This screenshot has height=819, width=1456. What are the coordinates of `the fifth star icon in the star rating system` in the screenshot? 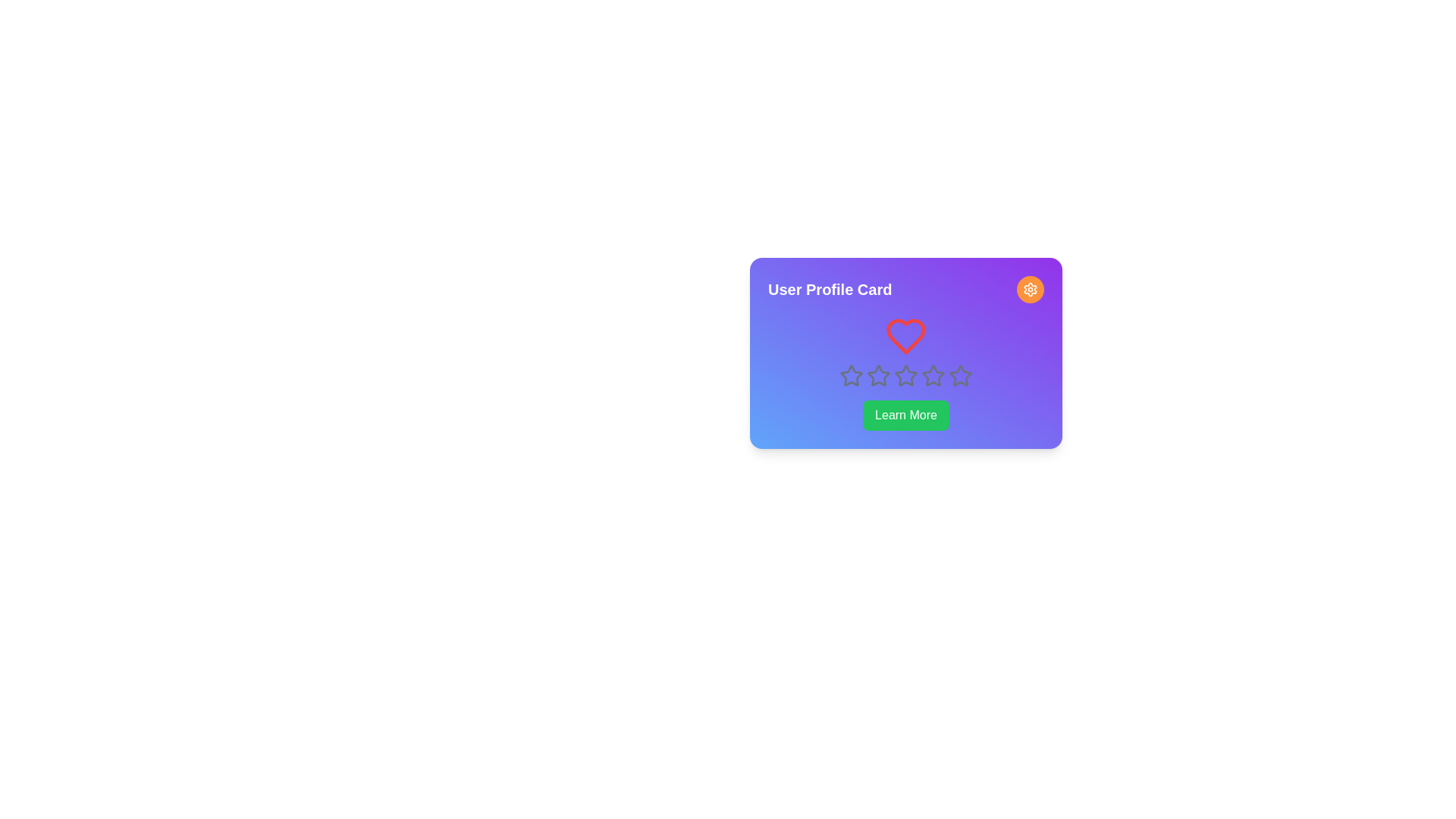 It's located at (960, 375).